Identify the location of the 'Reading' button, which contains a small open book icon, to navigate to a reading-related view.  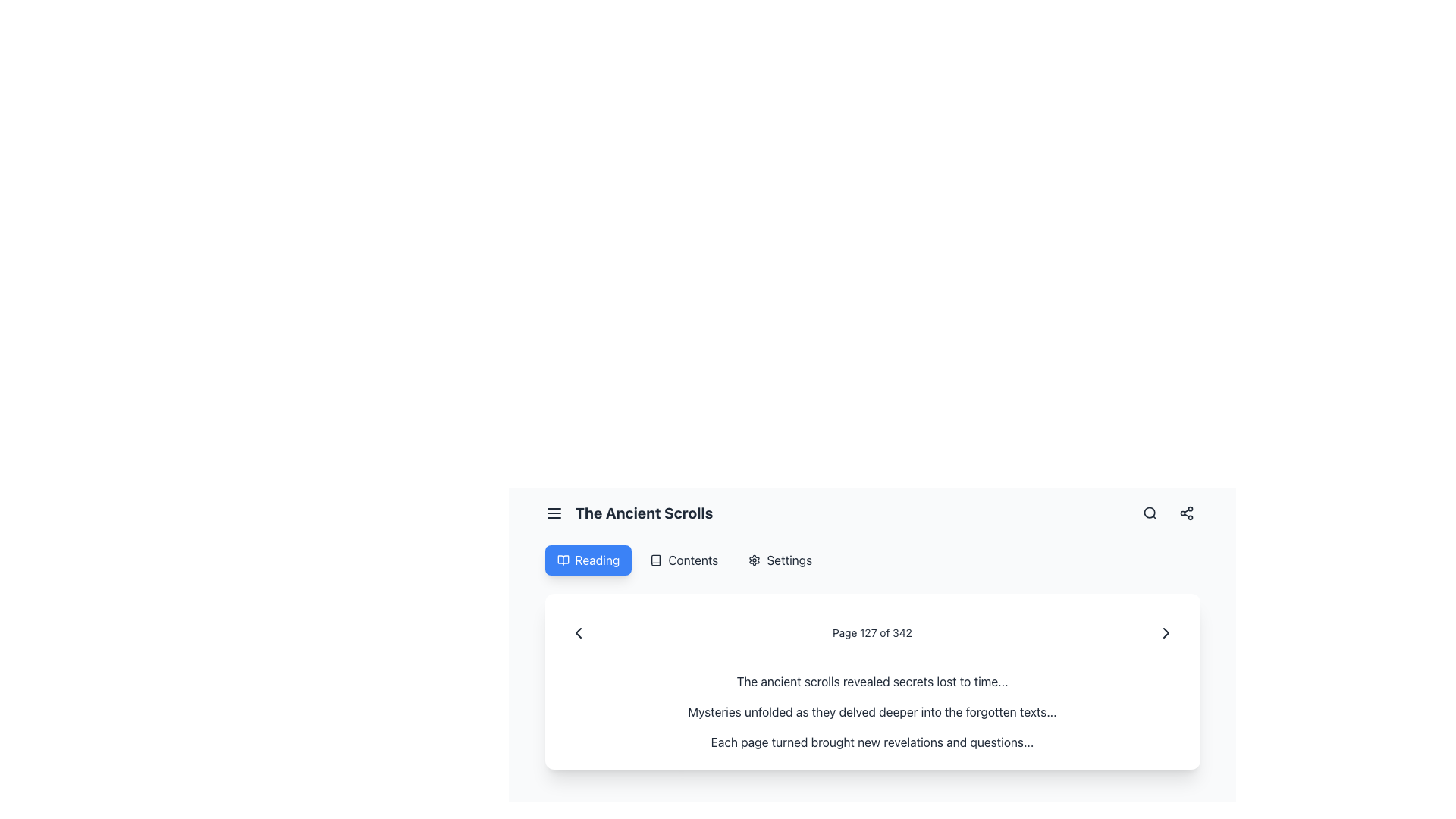
(562, 560).